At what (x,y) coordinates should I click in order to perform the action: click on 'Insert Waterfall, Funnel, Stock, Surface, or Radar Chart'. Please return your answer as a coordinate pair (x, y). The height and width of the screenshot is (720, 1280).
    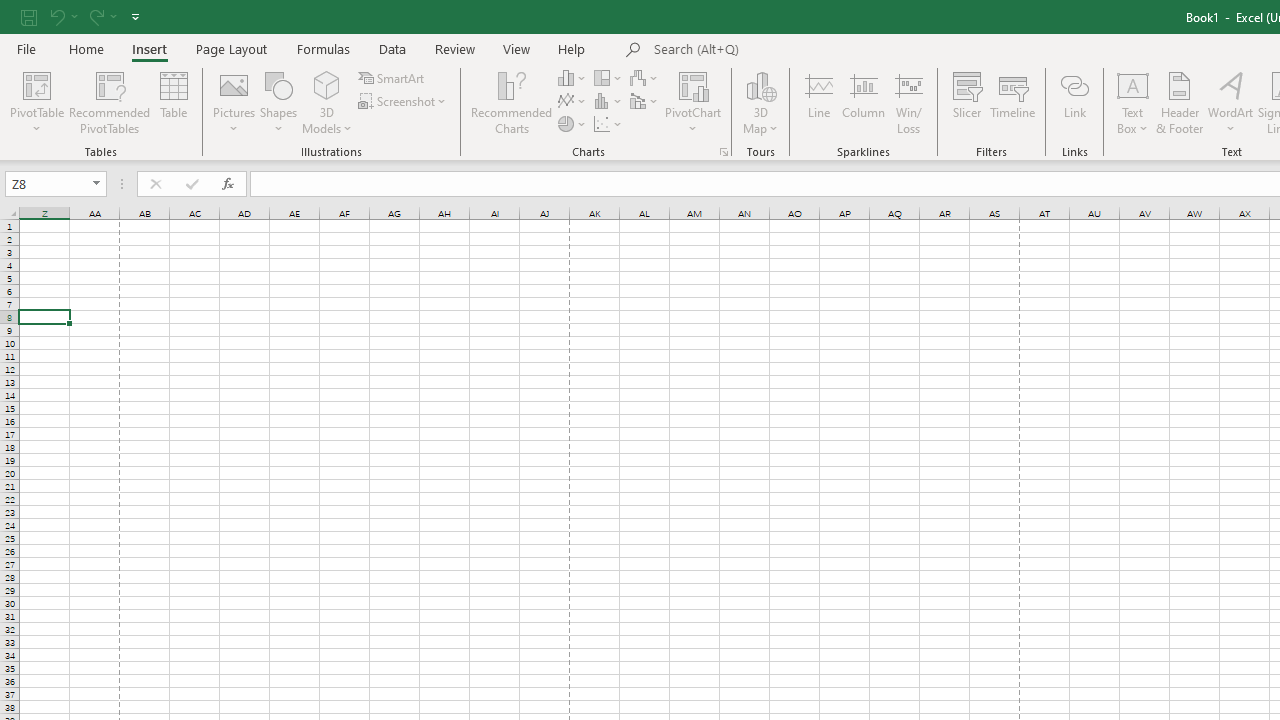
    Looking at the image, I should click on (645, 77).